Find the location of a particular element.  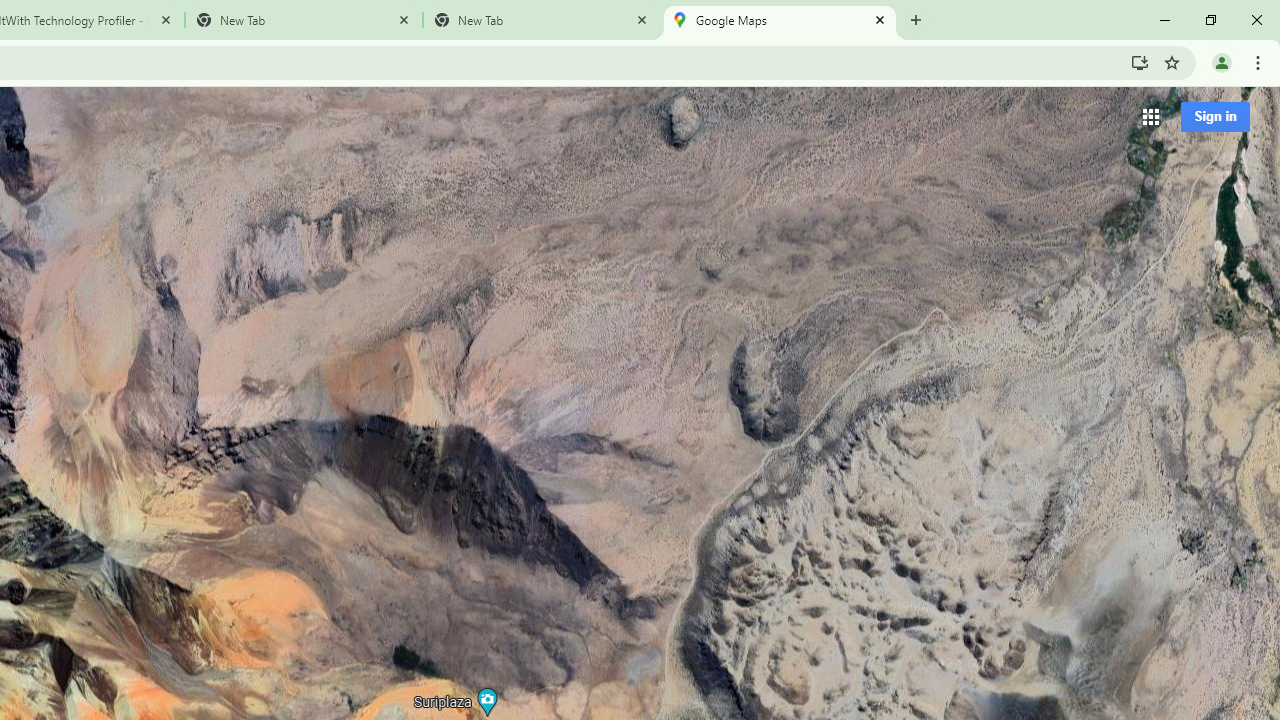

'Install Google Maps' is located at coordinates (1139, 61).